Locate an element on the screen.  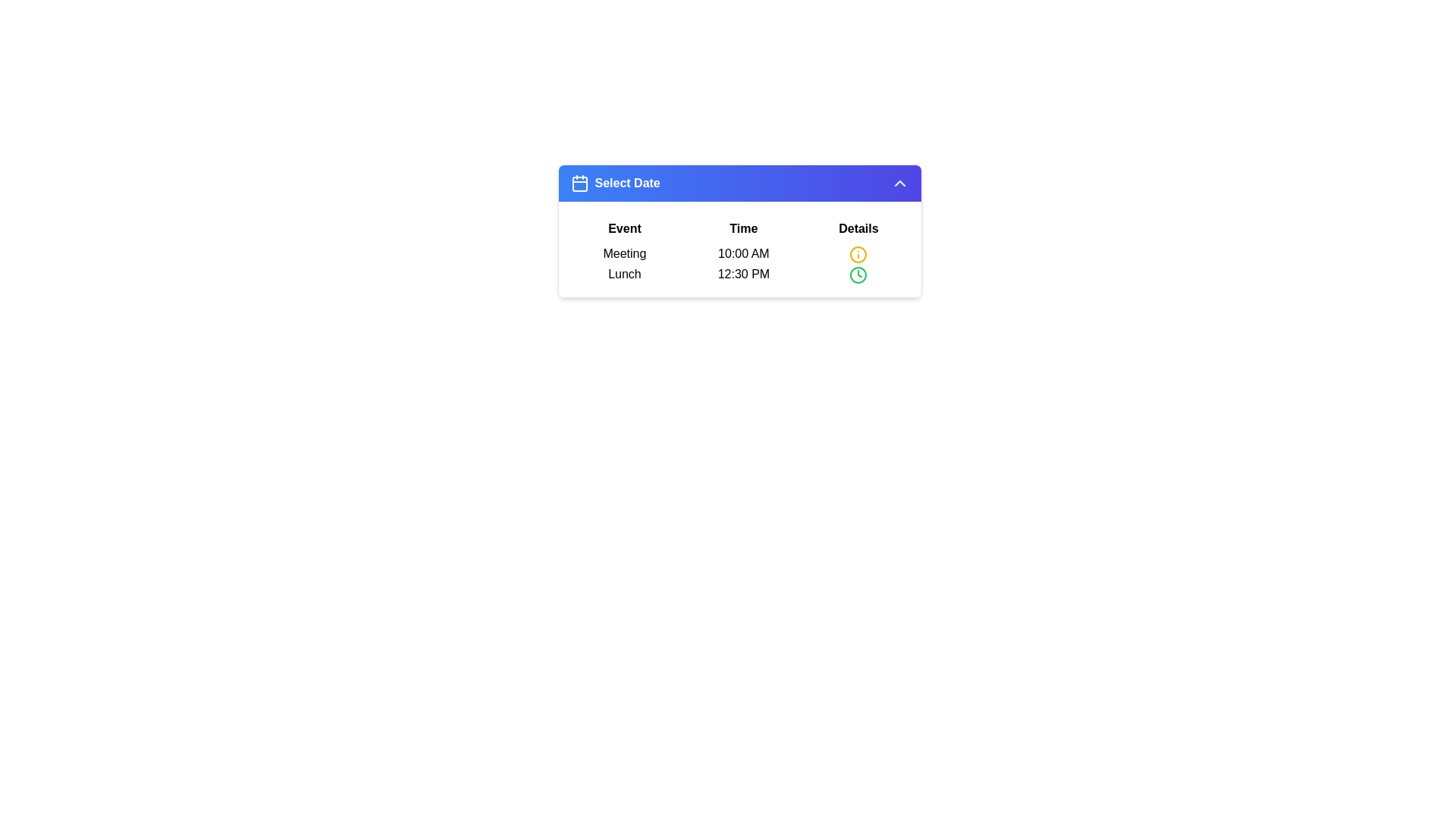
the date selection label positioned in the header of the blue box, located at the top left adjacent to the left edge is located at coordinates (615, 183).